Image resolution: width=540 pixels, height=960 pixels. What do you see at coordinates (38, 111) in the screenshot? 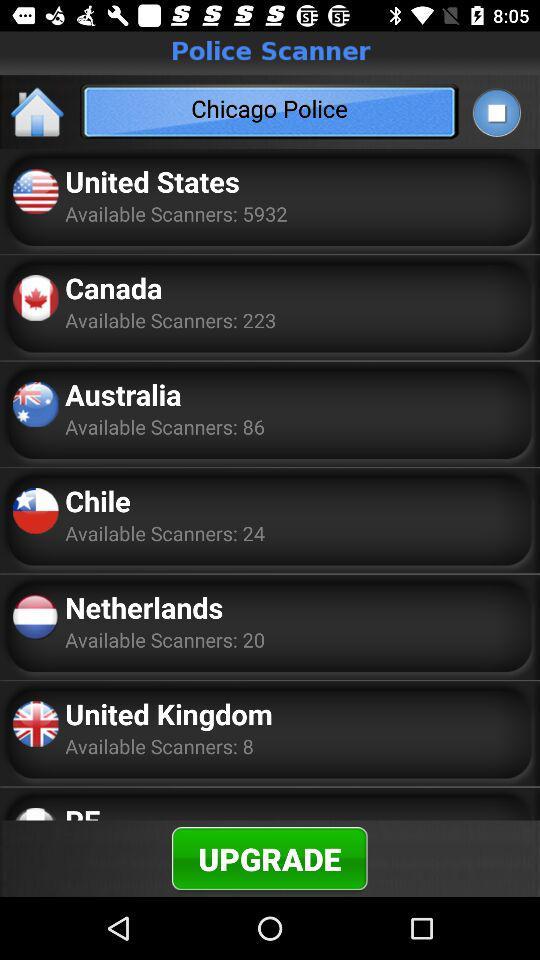
I see `home button` at bounding box center [38, 111].